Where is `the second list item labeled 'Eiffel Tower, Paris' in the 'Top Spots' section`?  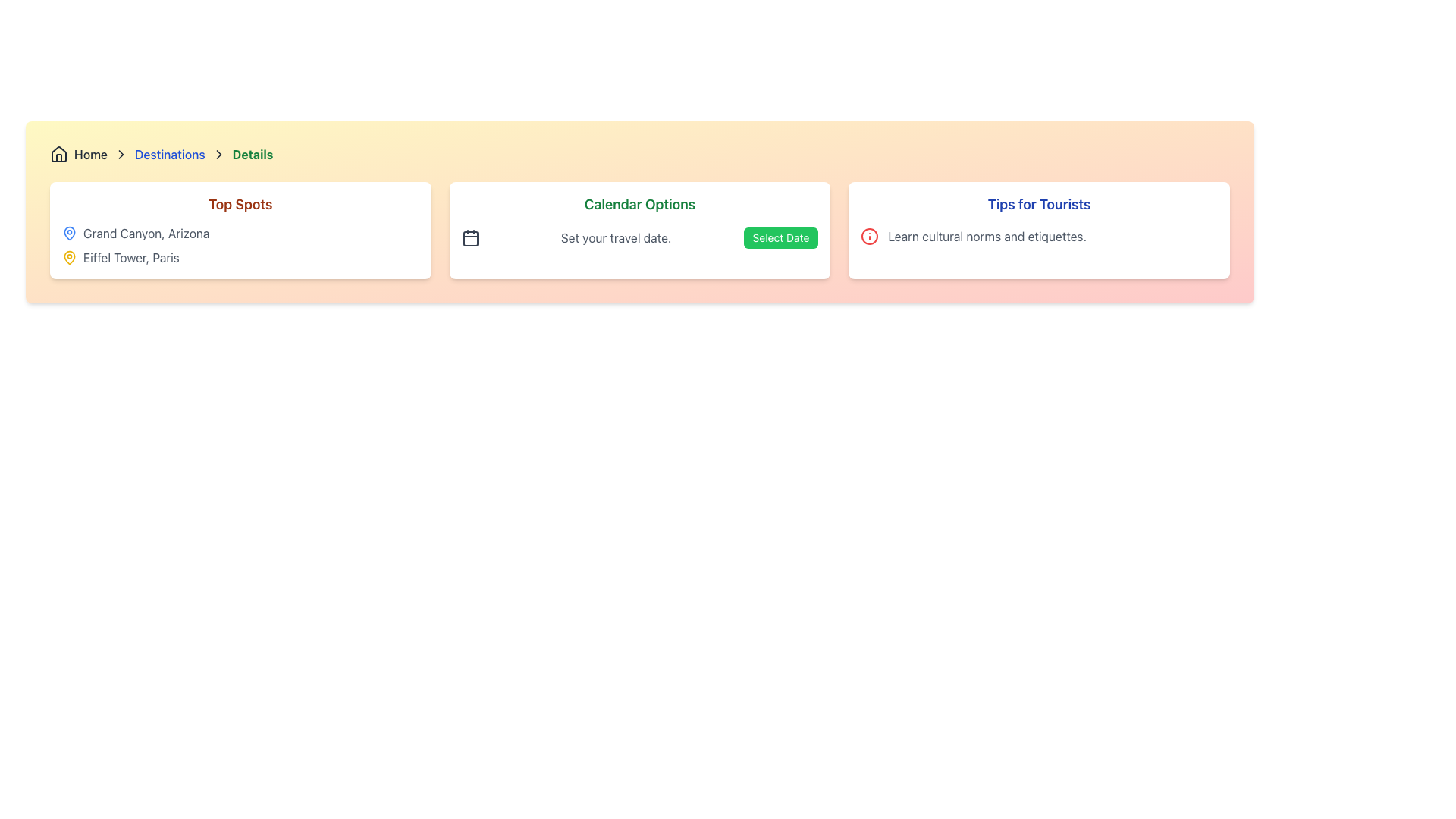 the second list item labeled 'Eiffel Tower, Paris' in the 'Top Spots' section is located at coordinates (240, 256).